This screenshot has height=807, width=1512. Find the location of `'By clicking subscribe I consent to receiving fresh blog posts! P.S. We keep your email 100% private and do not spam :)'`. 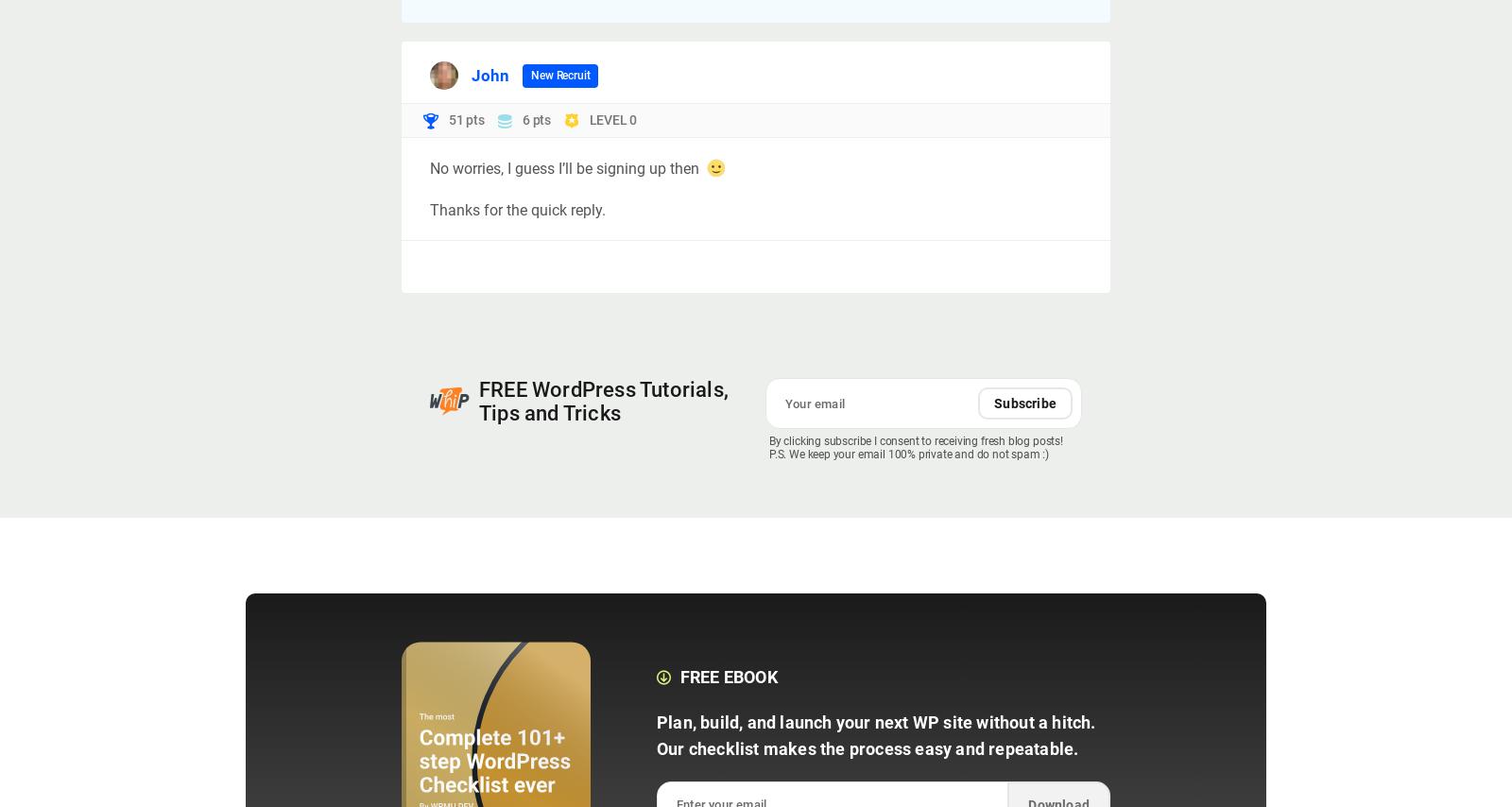

'By clicking subscribe I consent to receiving fresh blog posts! P.S. We keep your email 100% private and do not spam :)' is located at coordinates (914, 447).